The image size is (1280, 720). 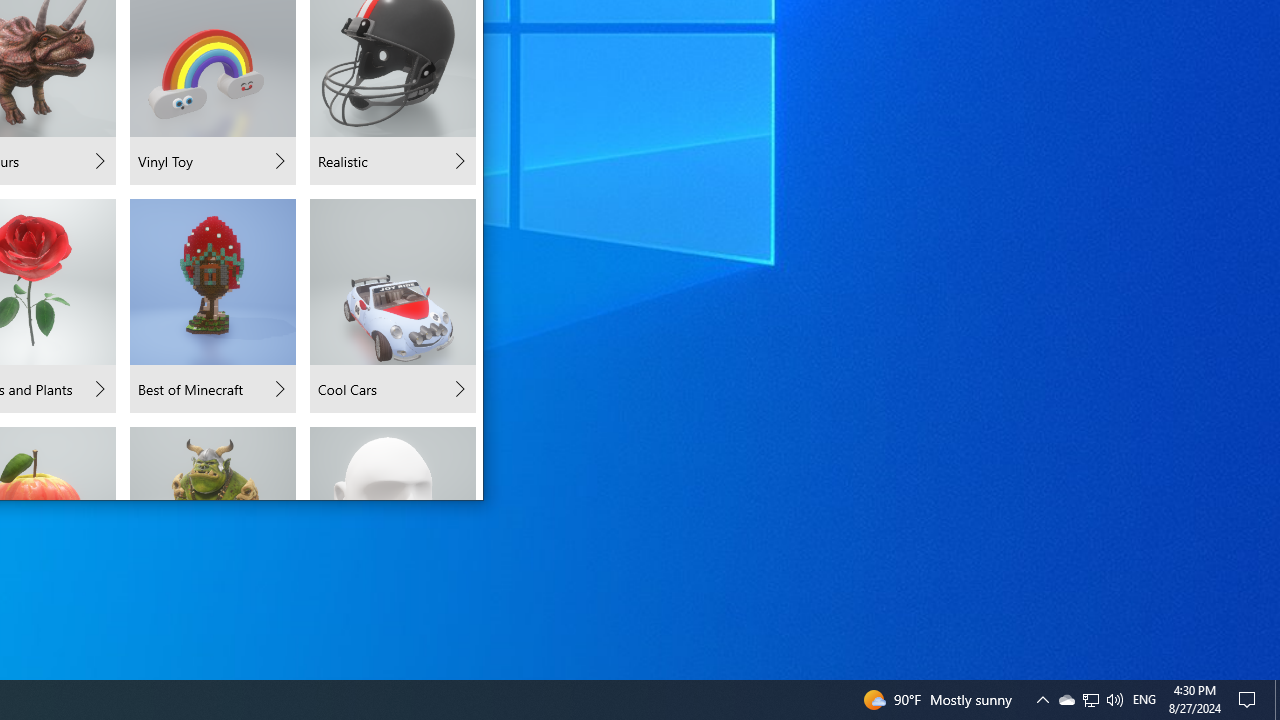 What do you see at coordinates (392, 462) in the screenshot?
I see `'Blank Heads'` at bounding box center [392, 462].